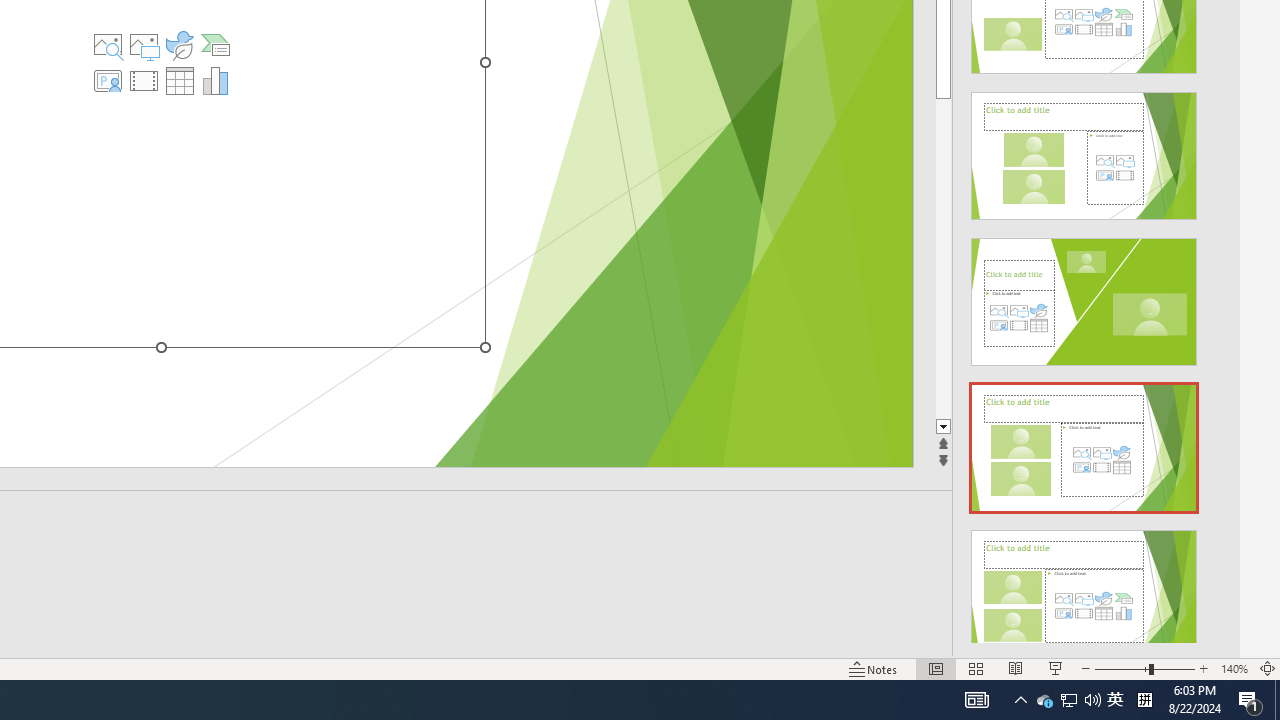 This screenshot has height=720, width=1280. What do you see at coordinates (215, 45) in the screenshot?
I see `'Insert a SmartArt Graphic'` at bounding box center [215, 45].